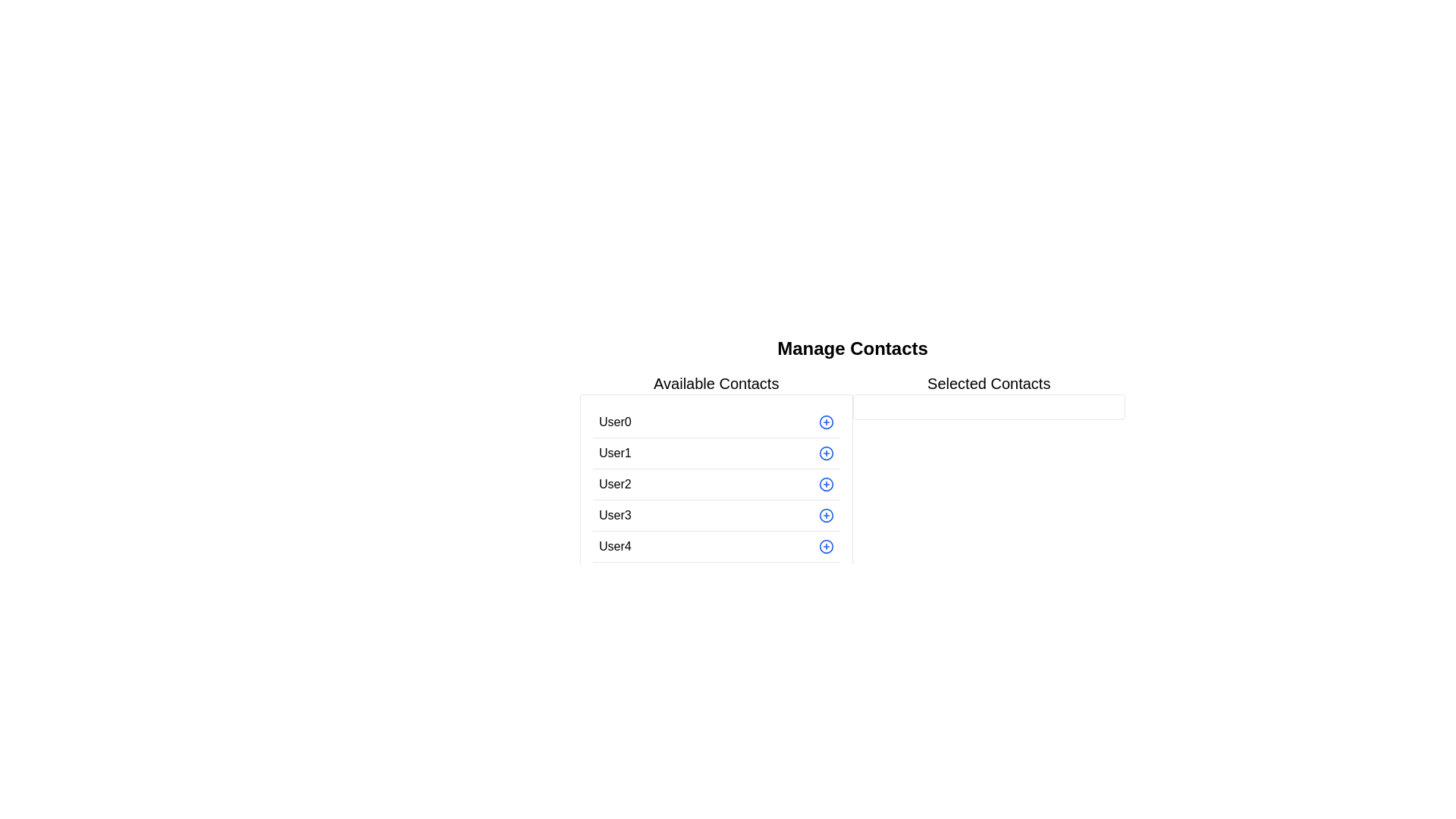 The width and height of the screenshot is (1456, 819). I want to click on the circular button with a blue border located in the last row adjacent to 'User4', so click(825, 547).